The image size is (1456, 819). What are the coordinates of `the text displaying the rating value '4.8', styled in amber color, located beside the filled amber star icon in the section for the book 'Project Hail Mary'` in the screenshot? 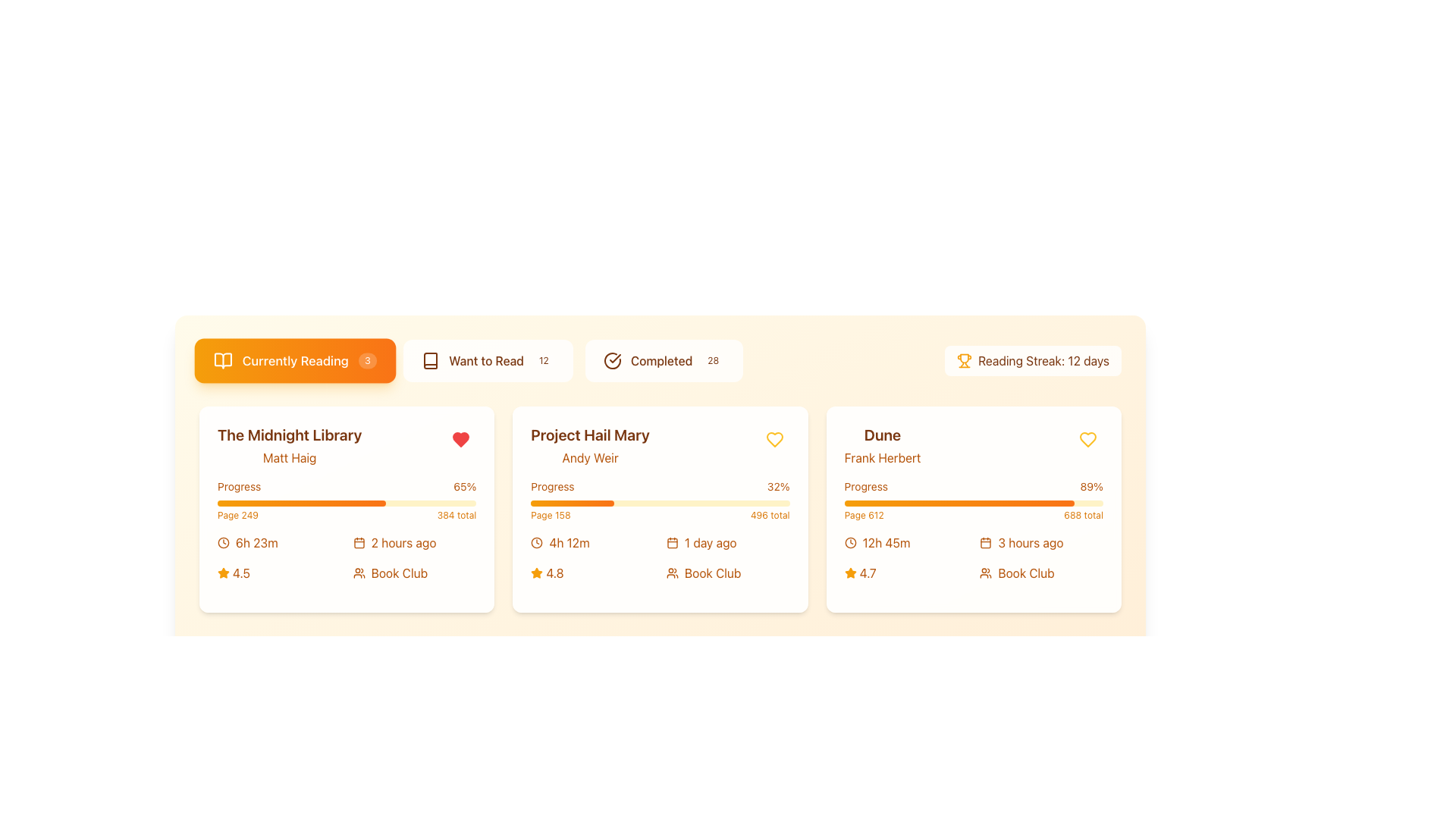 It's located at (554, 573).